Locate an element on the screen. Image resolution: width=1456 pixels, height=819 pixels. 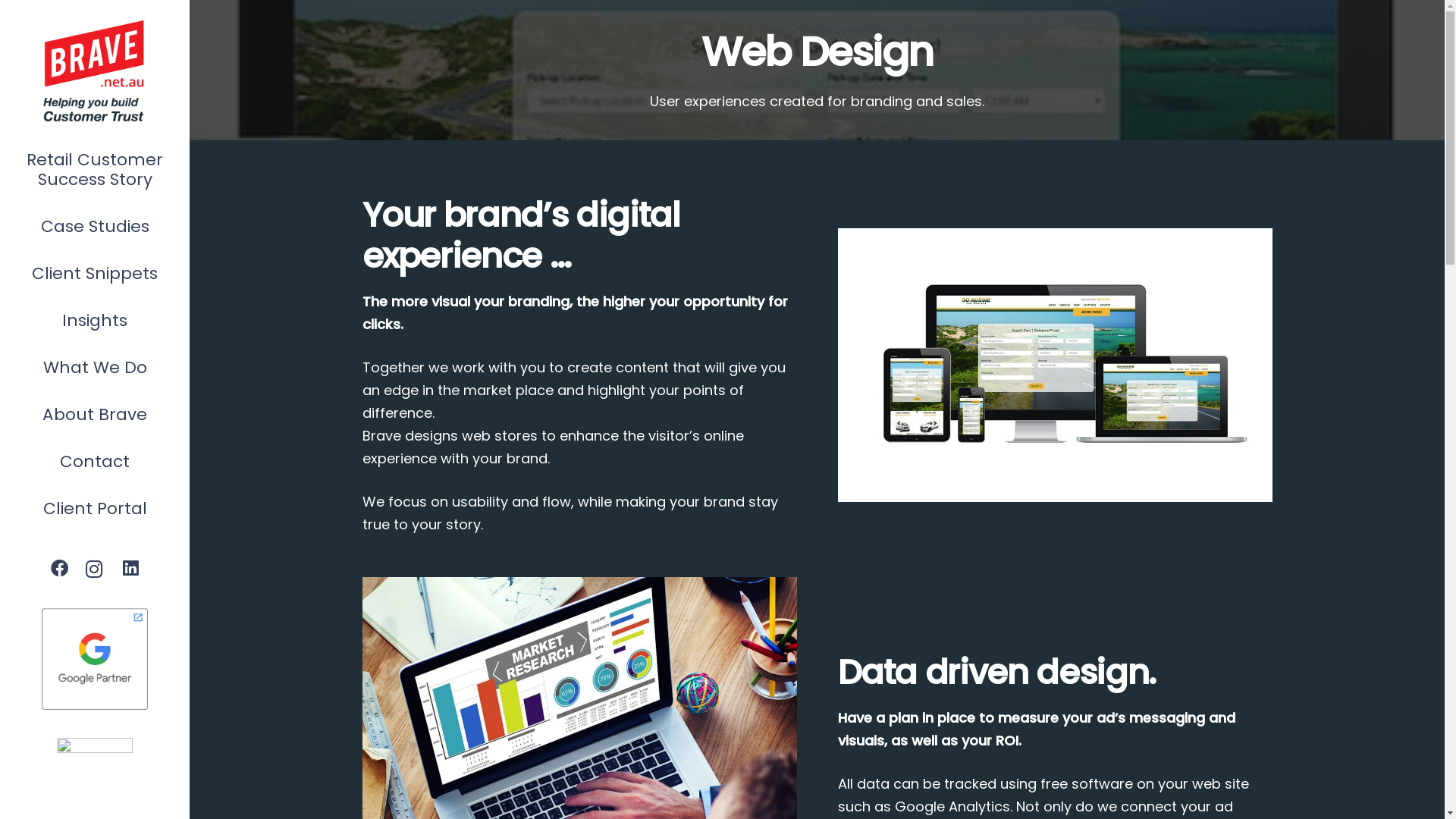
'LinkedIn' is located at coordinates (130, 569).